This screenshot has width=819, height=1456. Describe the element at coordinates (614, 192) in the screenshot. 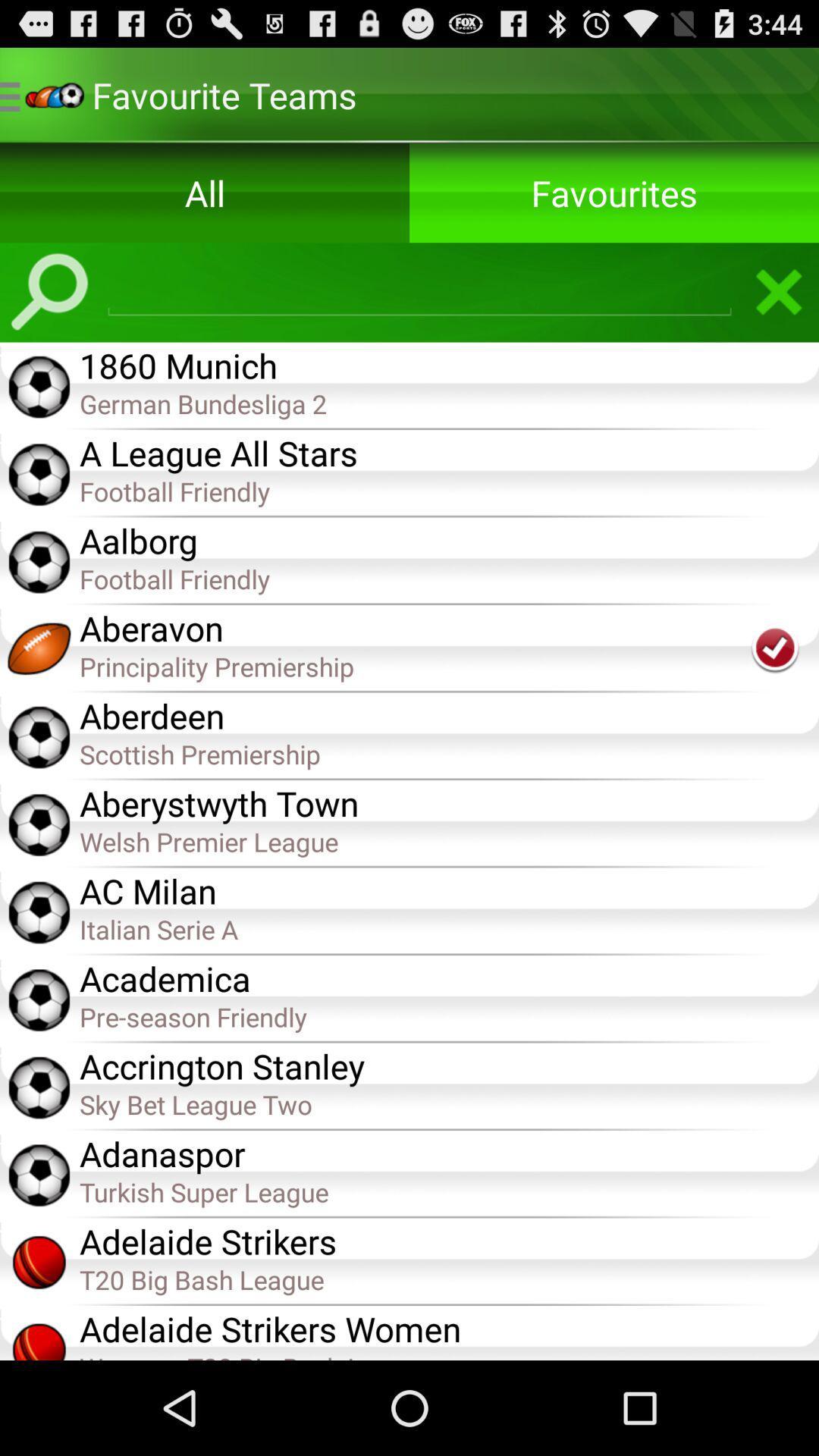

I see `the favourites button` at that location.